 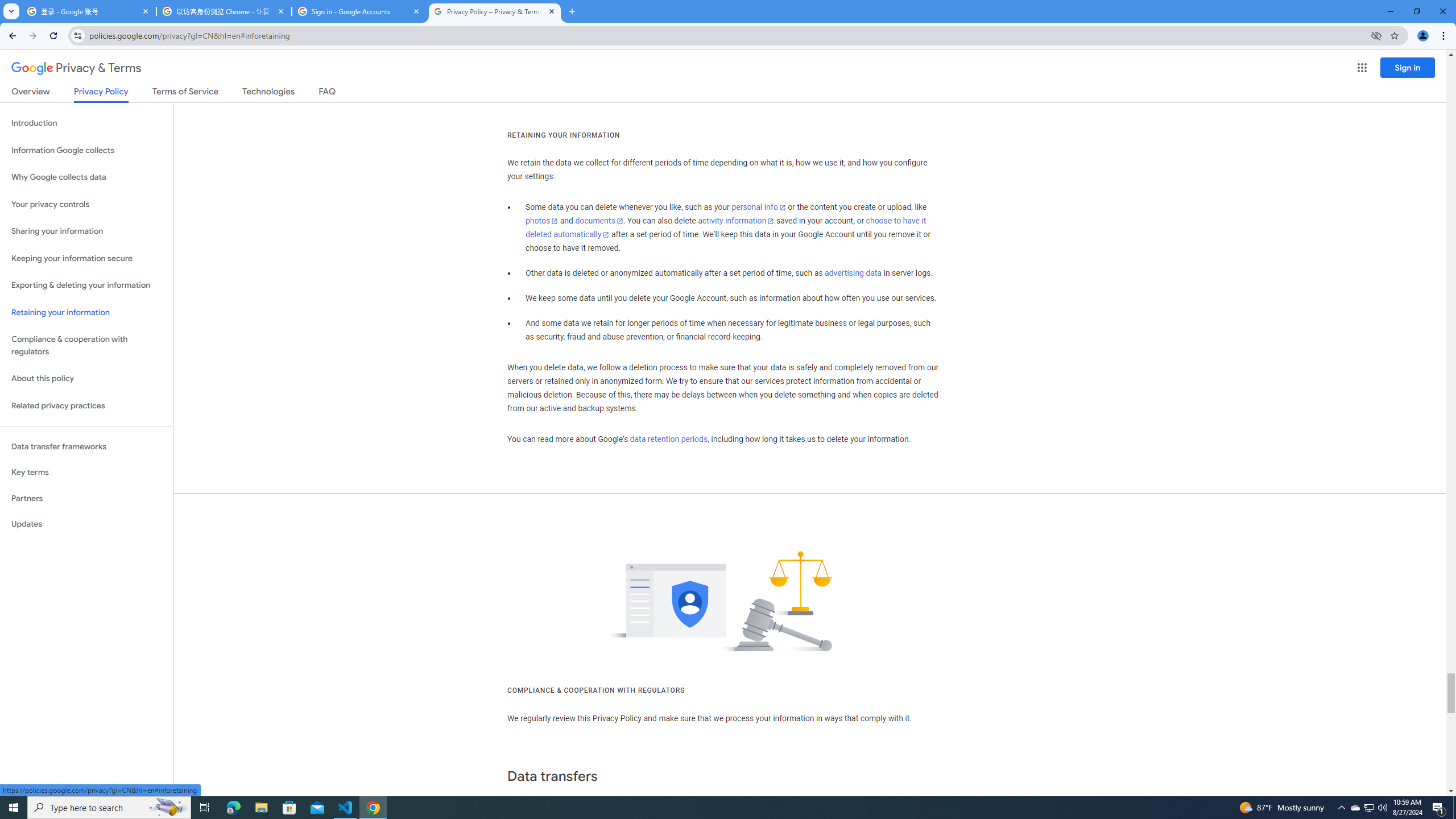 What do you see at coordinates (86, 230) in the screenshot?
I see `'Sharing your information'` at bounding box center [86, 230].